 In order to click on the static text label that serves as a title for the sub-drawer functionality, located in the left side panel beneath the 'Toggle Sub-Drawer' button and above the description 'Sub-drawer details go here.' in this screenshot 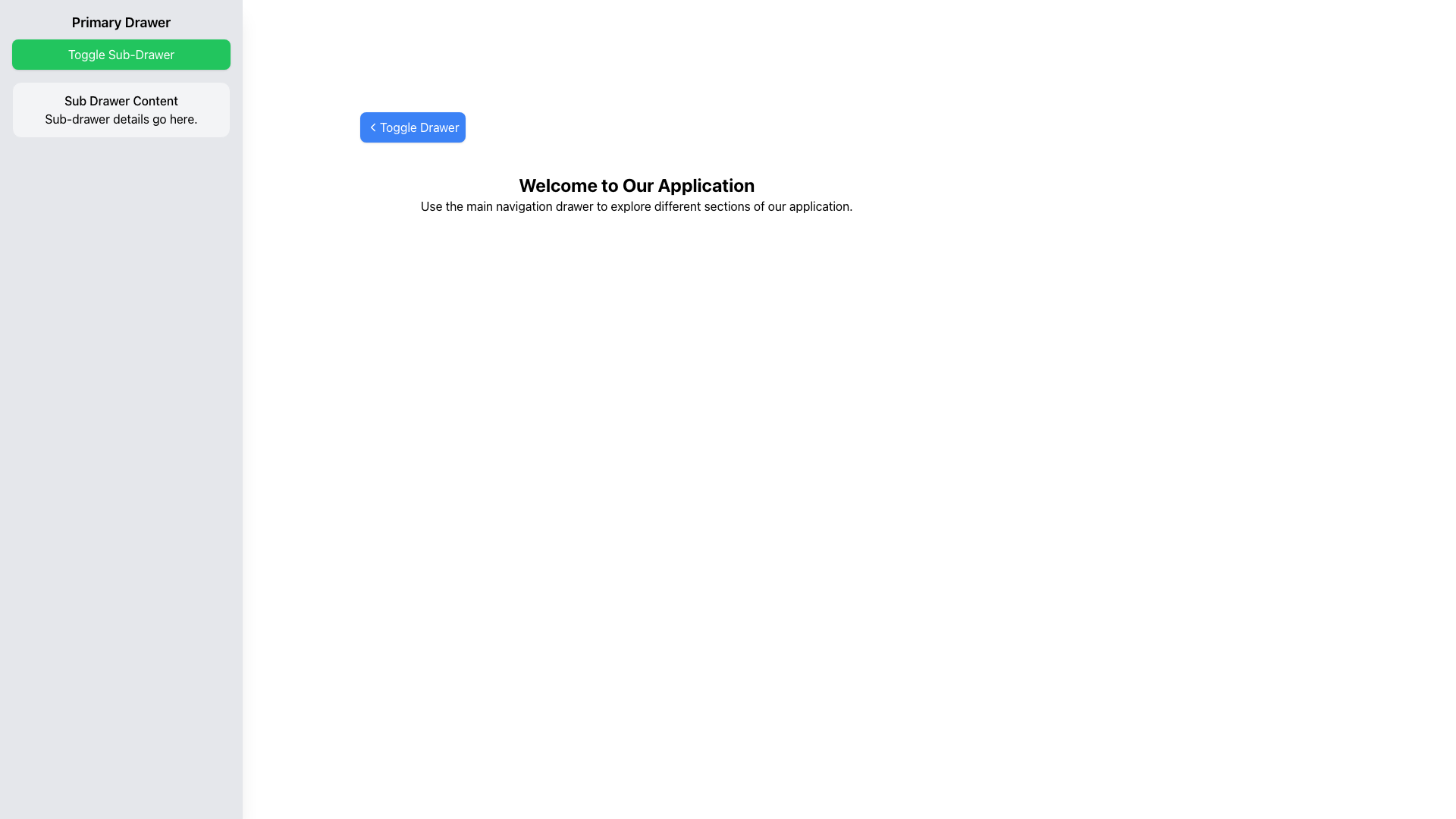, I will do `click(120, 100)`.